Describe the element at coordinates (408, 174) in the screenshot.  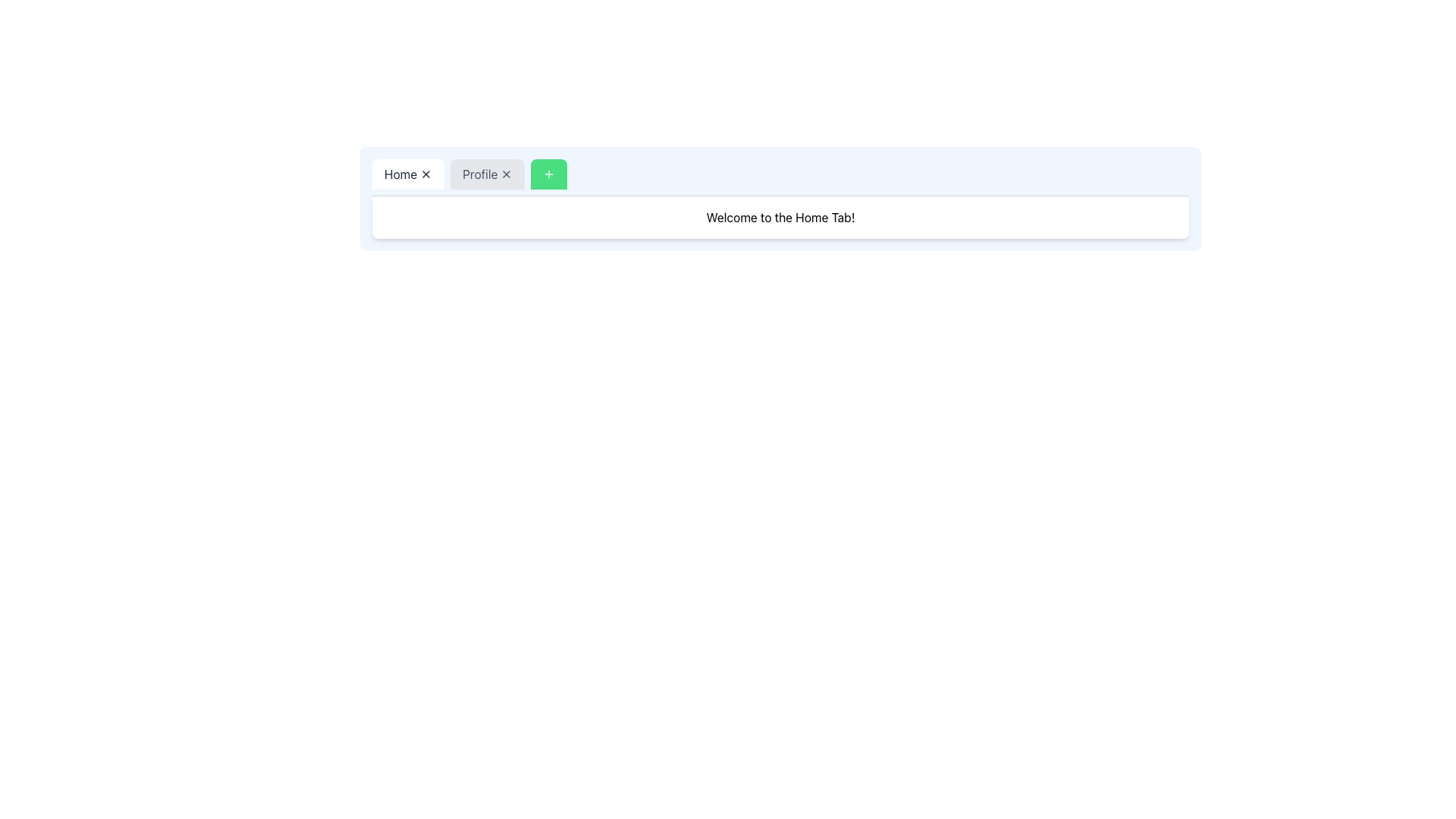
I see `the 'Home' tab located in the top-left section of the interface` at that location.